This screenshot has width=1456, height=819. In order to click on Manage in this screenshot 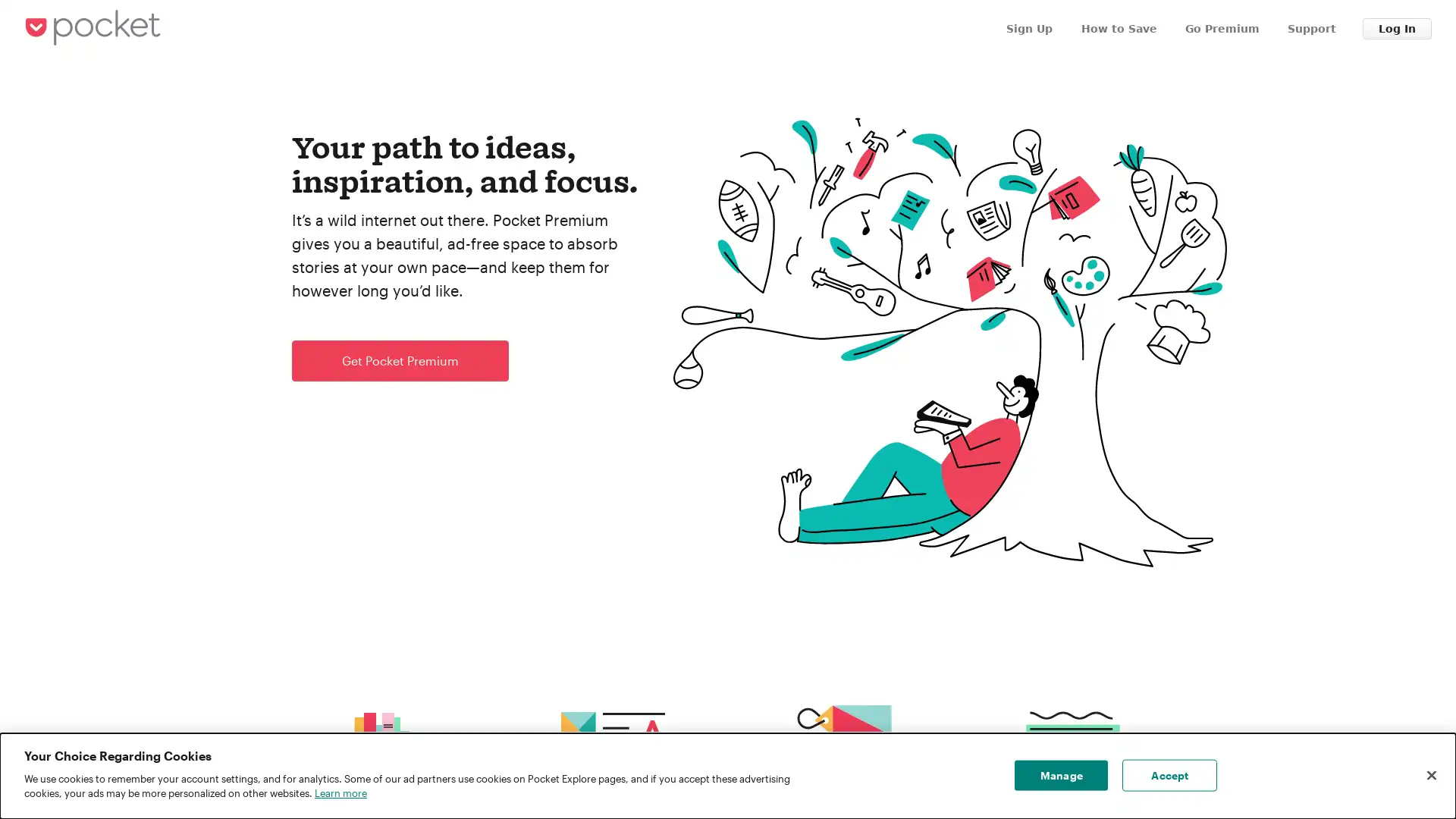, I will do `click(1060, 775)`.